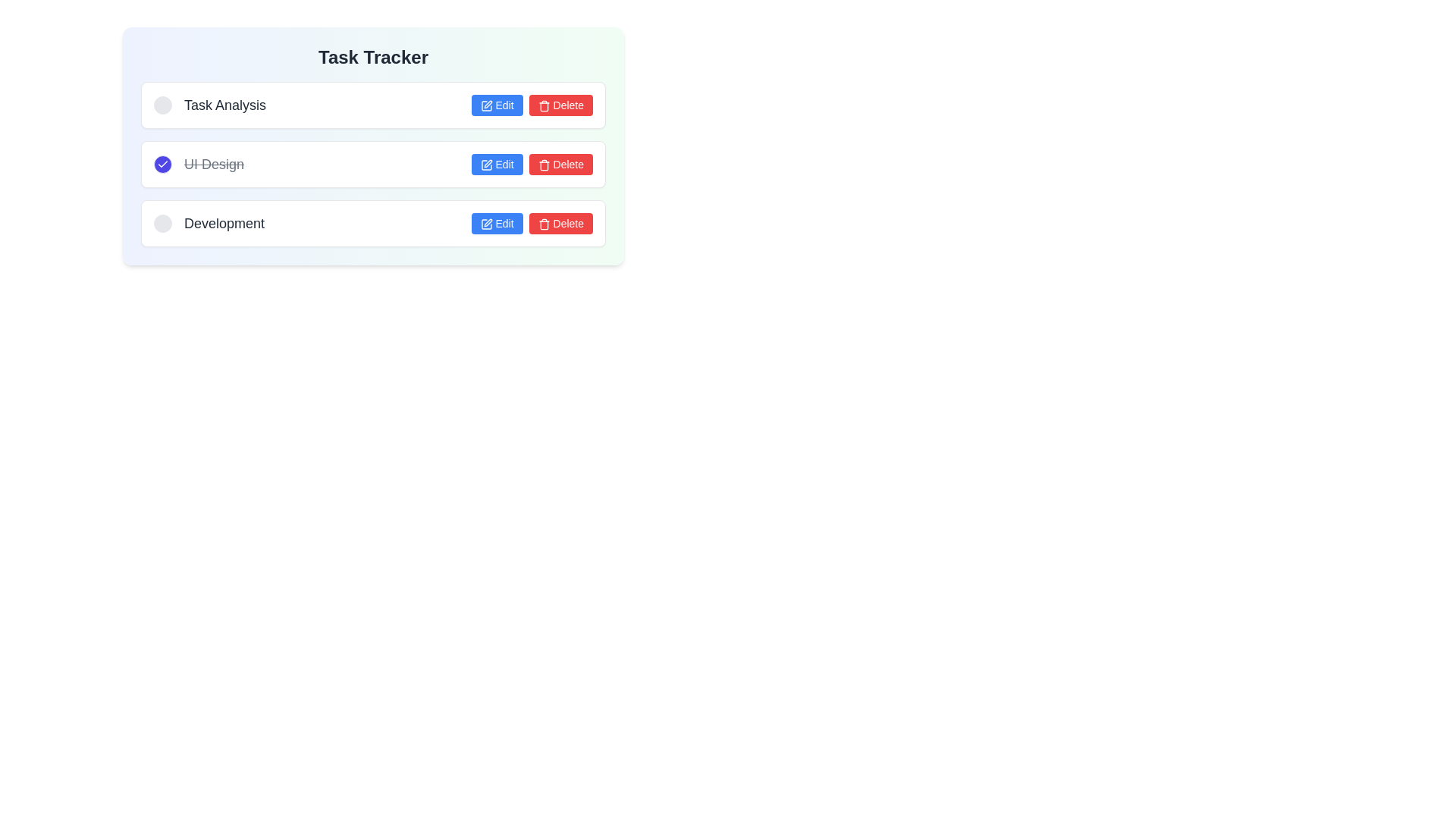  Describe the element at coordinates (544, 106) in the screenshot. I see `the Trash Can icon that represents the delete action within the 'Delete' button in the second row of the 'UI Design' task in the 'Task Tracker' interface` at that location.